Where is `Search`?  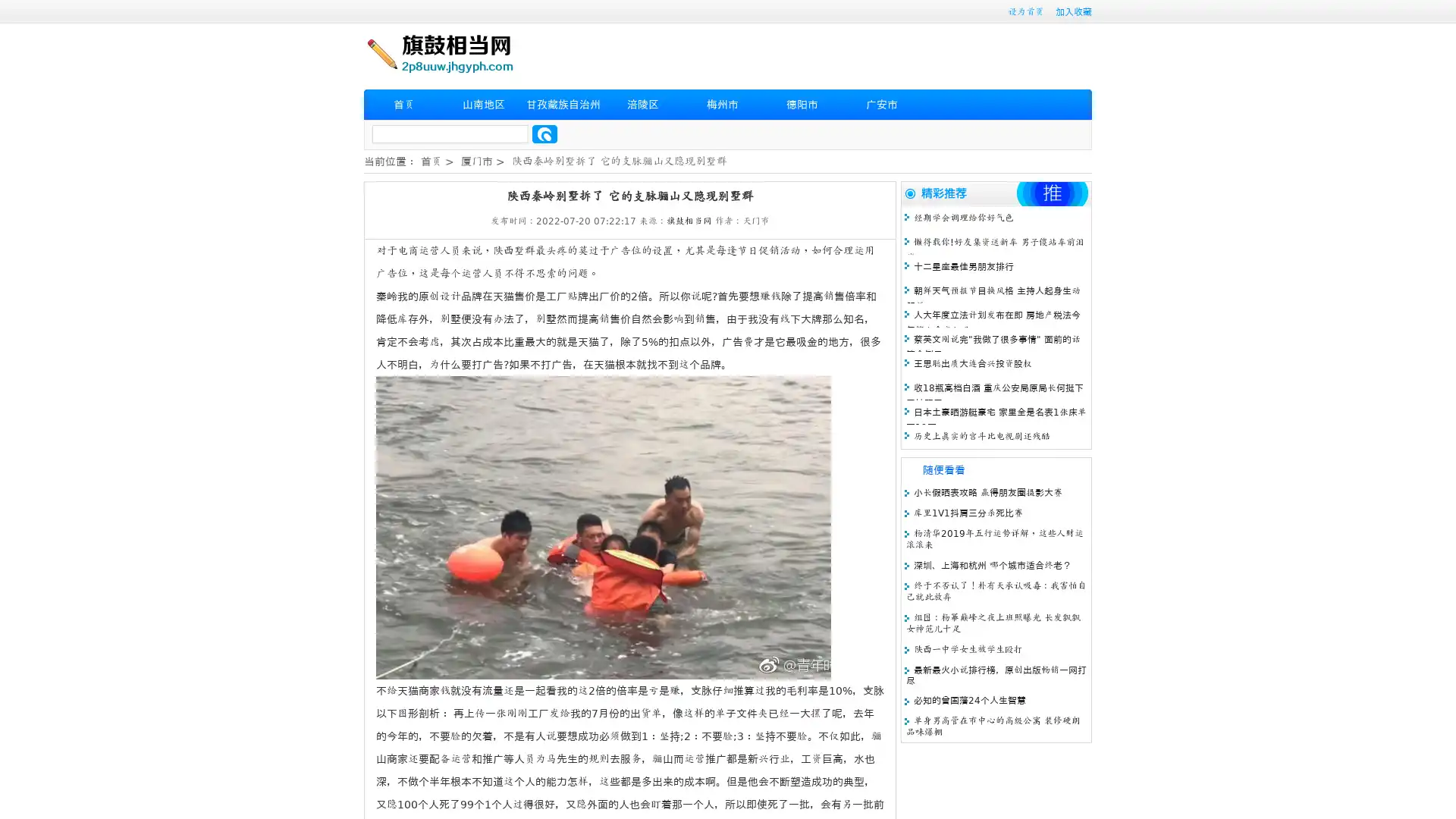 Search is located at coordinates (544, 133).